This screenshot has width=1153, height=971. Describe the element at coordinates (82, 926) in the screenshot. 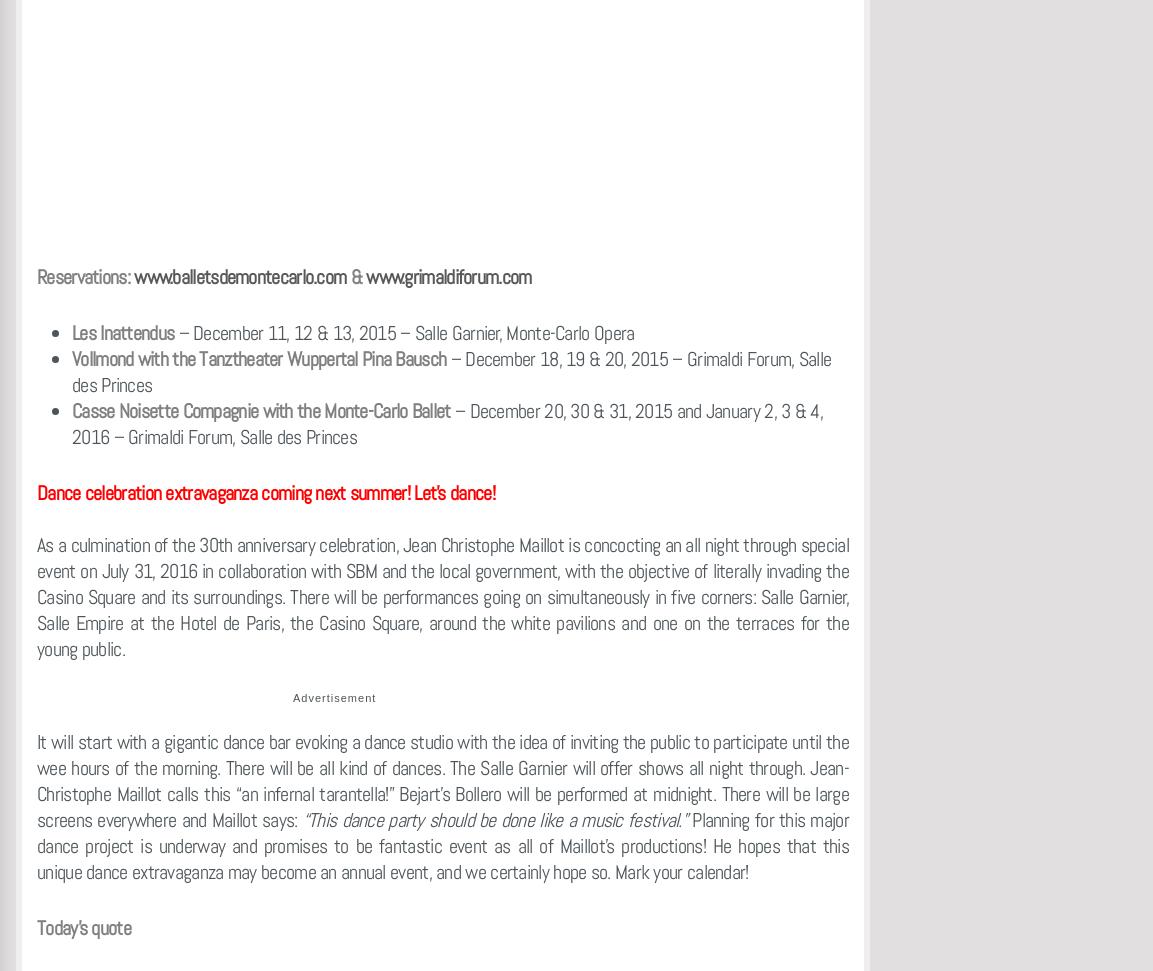

I see `'Today’s quote'` at that location.